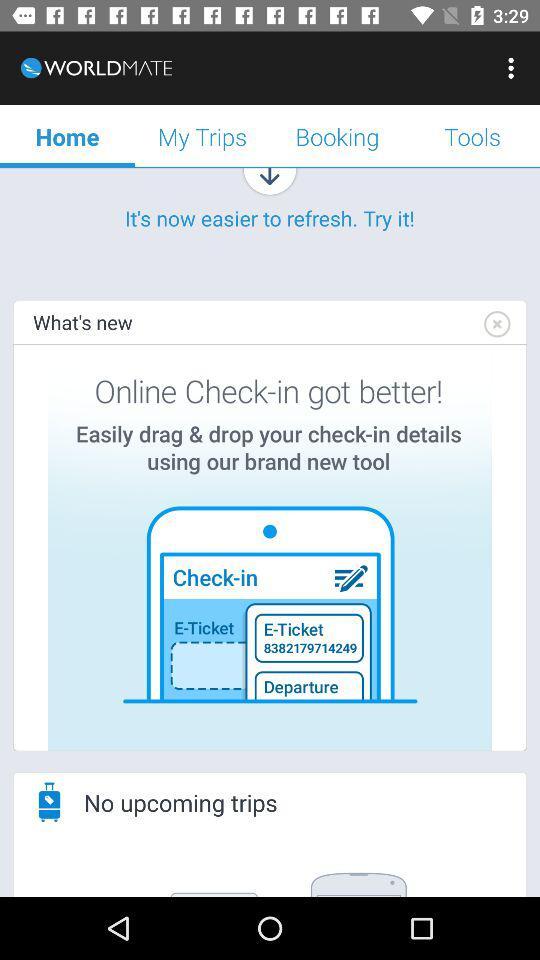  What do you see at coordinates (472, 135) in the screenshot?
I see `tools icon` at bounding box center [472, 135].